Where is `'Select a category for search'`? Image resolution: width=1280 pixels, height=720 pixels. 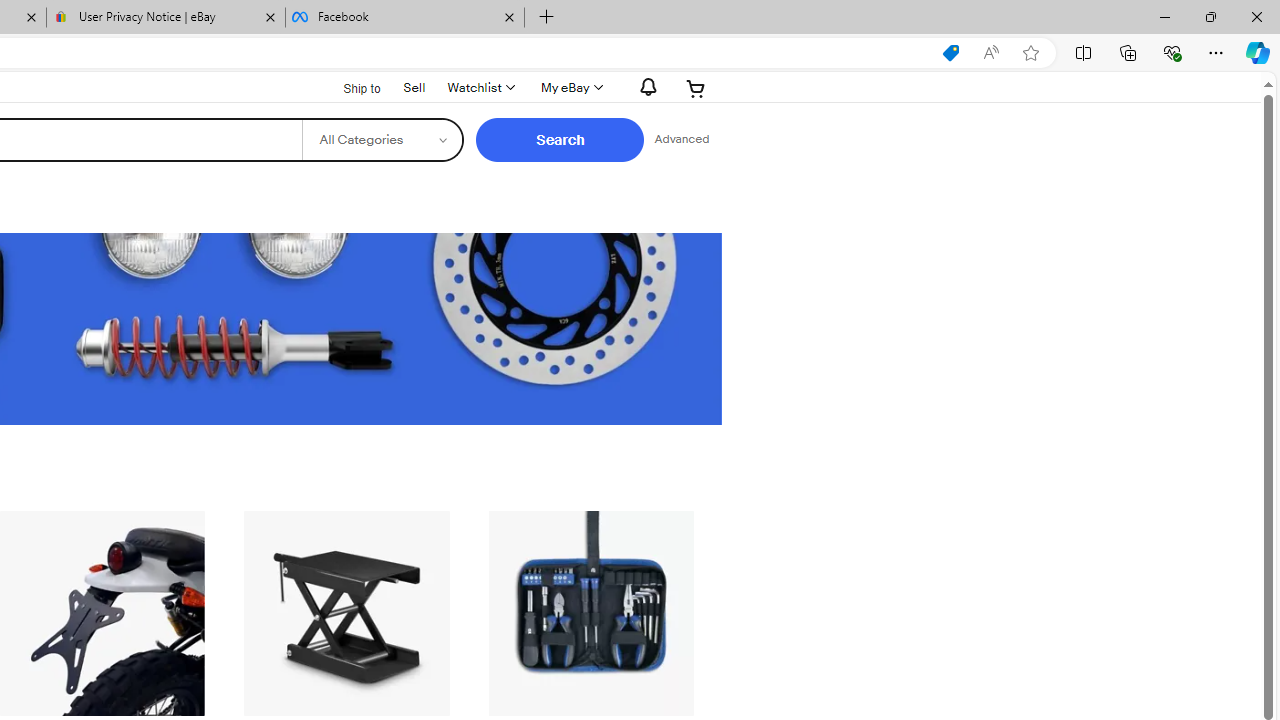
'Select a category for search' is located at coordinates (382, 139).